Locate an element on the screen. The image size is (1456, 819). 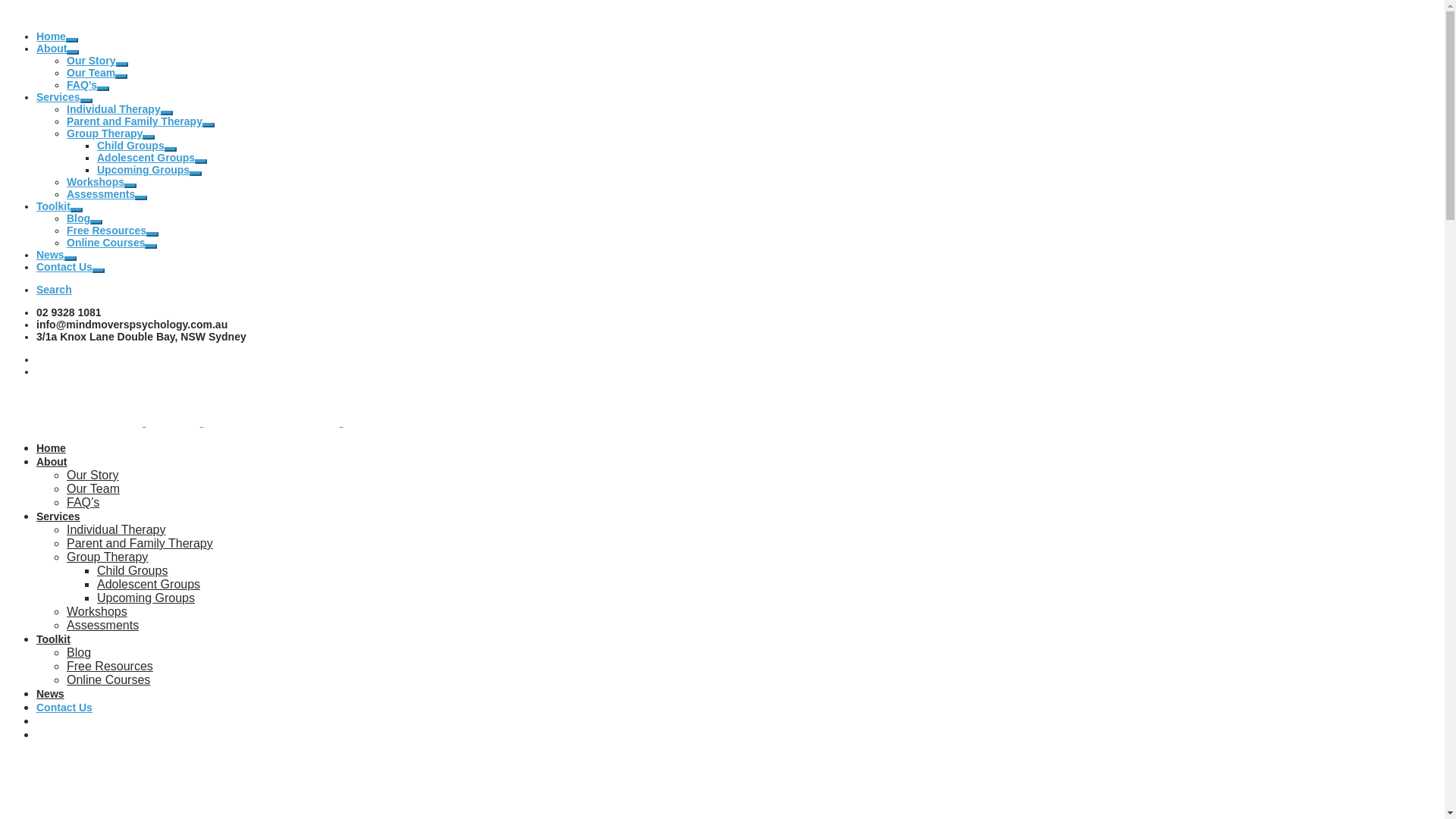
'Blog' is located at coordinates (65, 218).